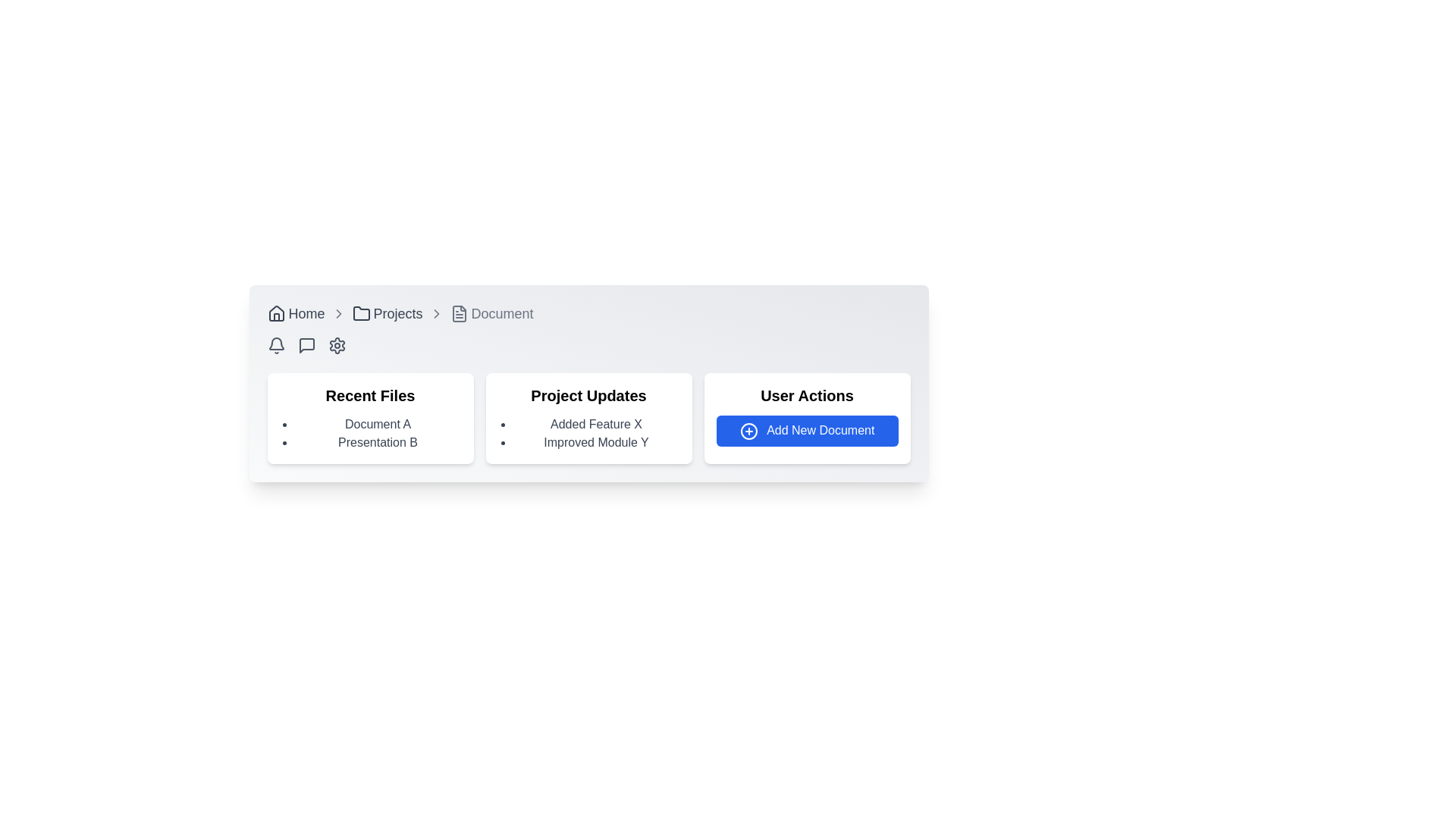  I want to click on the 'Projects' icon located in the breadcrumb navigation bar, which visually represents the 'Projects' section next to the text 'Projects', so click(360, 312).